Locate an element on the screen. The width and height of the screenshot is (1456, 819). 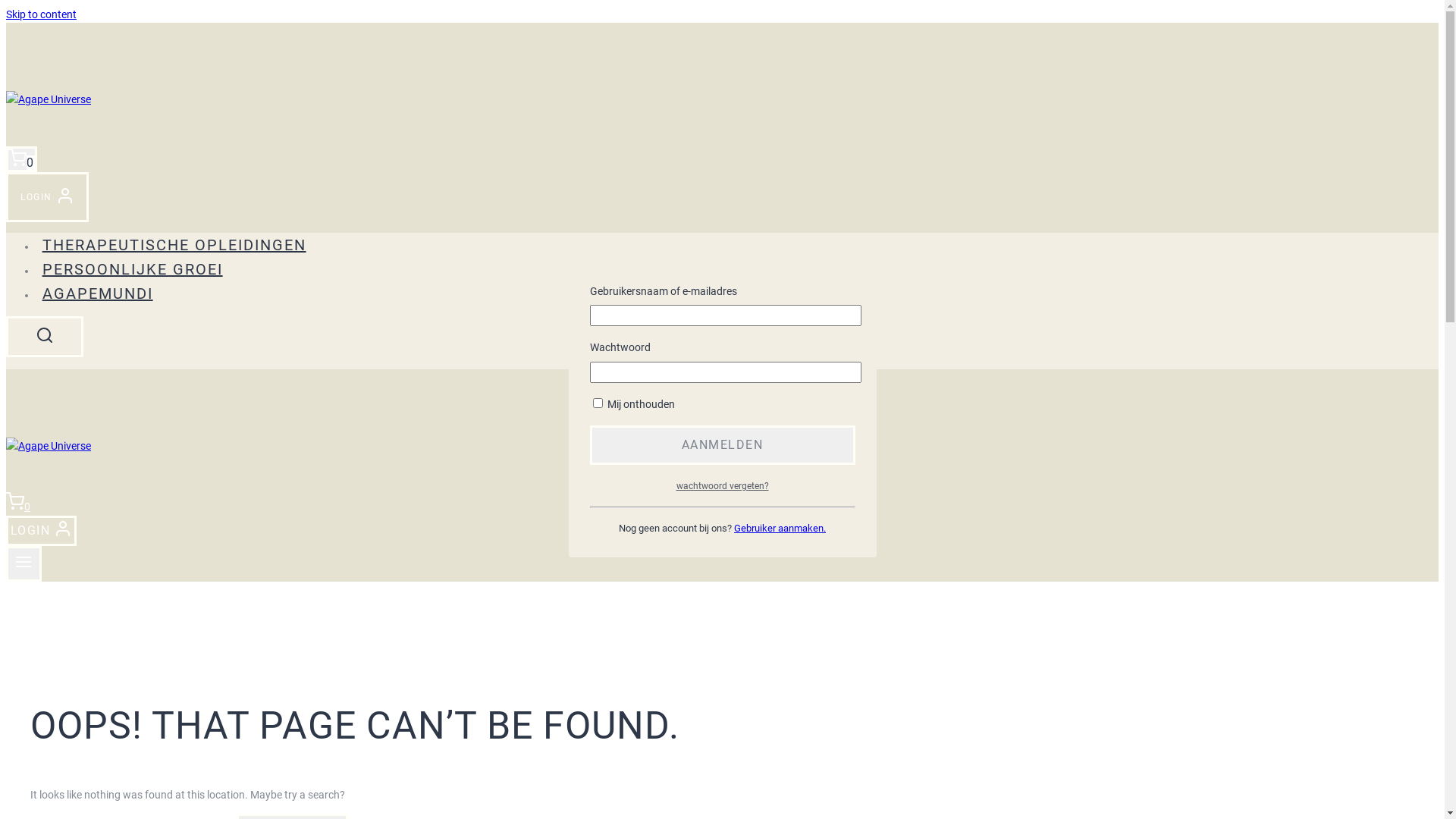
'AGAPEMUNDI' is located at coordinates (36, 293).